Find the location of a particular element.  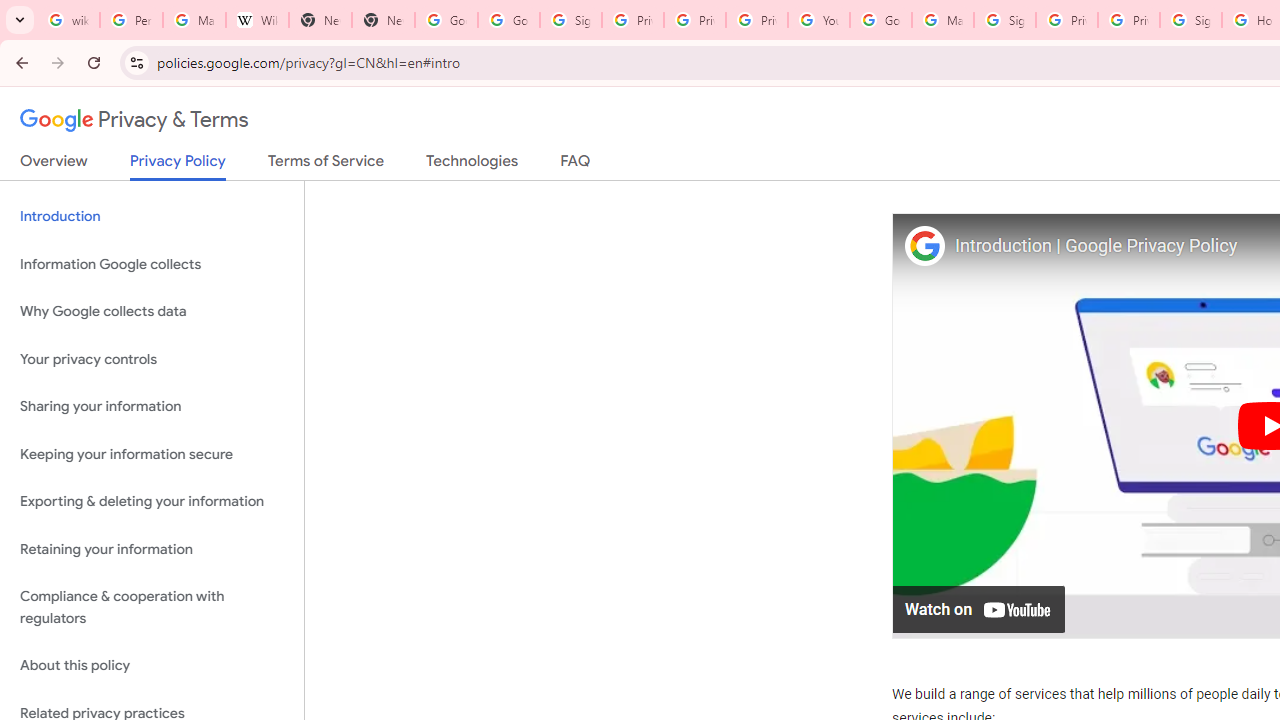

'Photo image of Google' is located at coordinates (923, 244).